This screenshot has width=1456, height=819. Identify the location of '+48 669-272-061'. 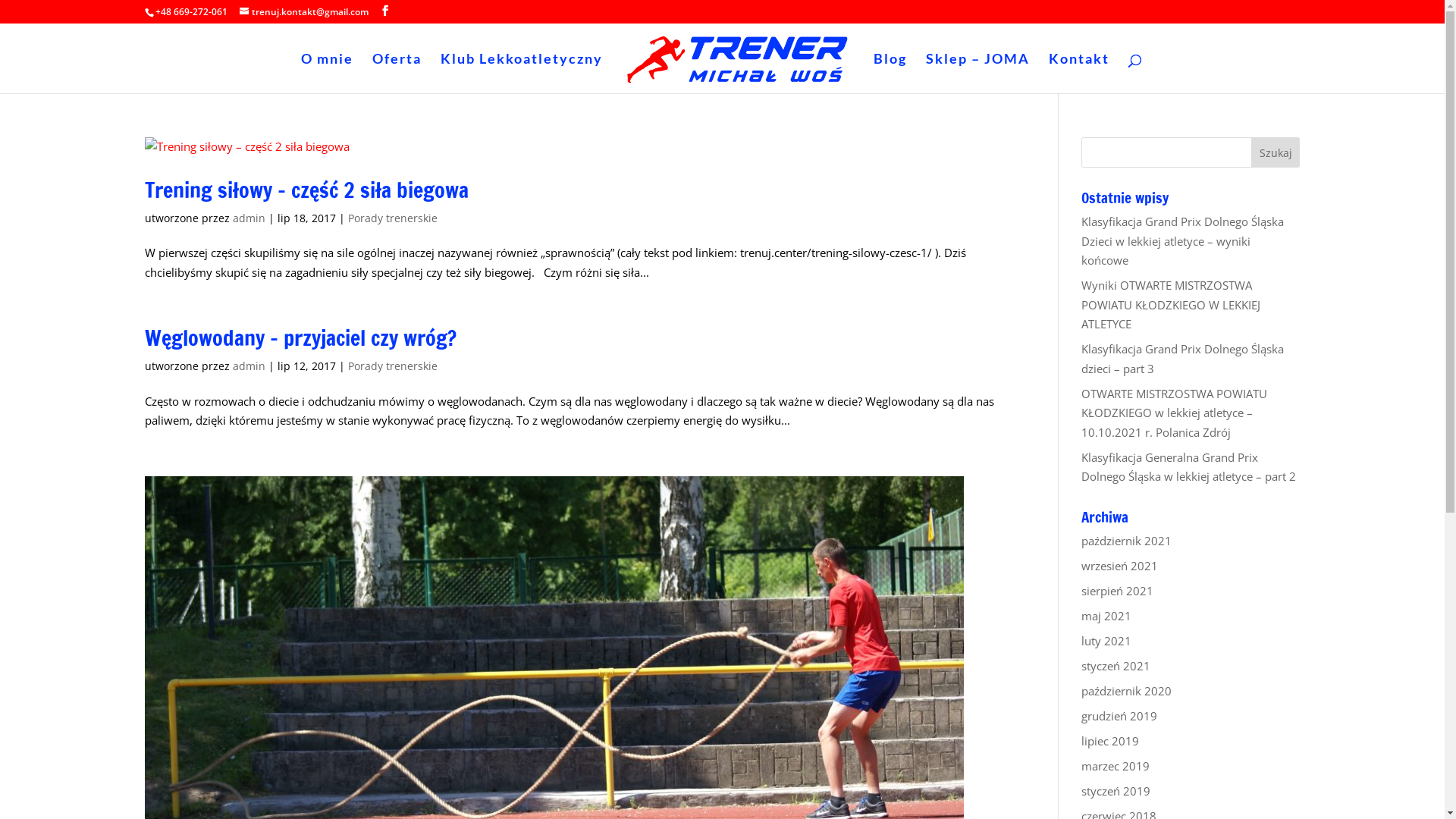
(154, 11).